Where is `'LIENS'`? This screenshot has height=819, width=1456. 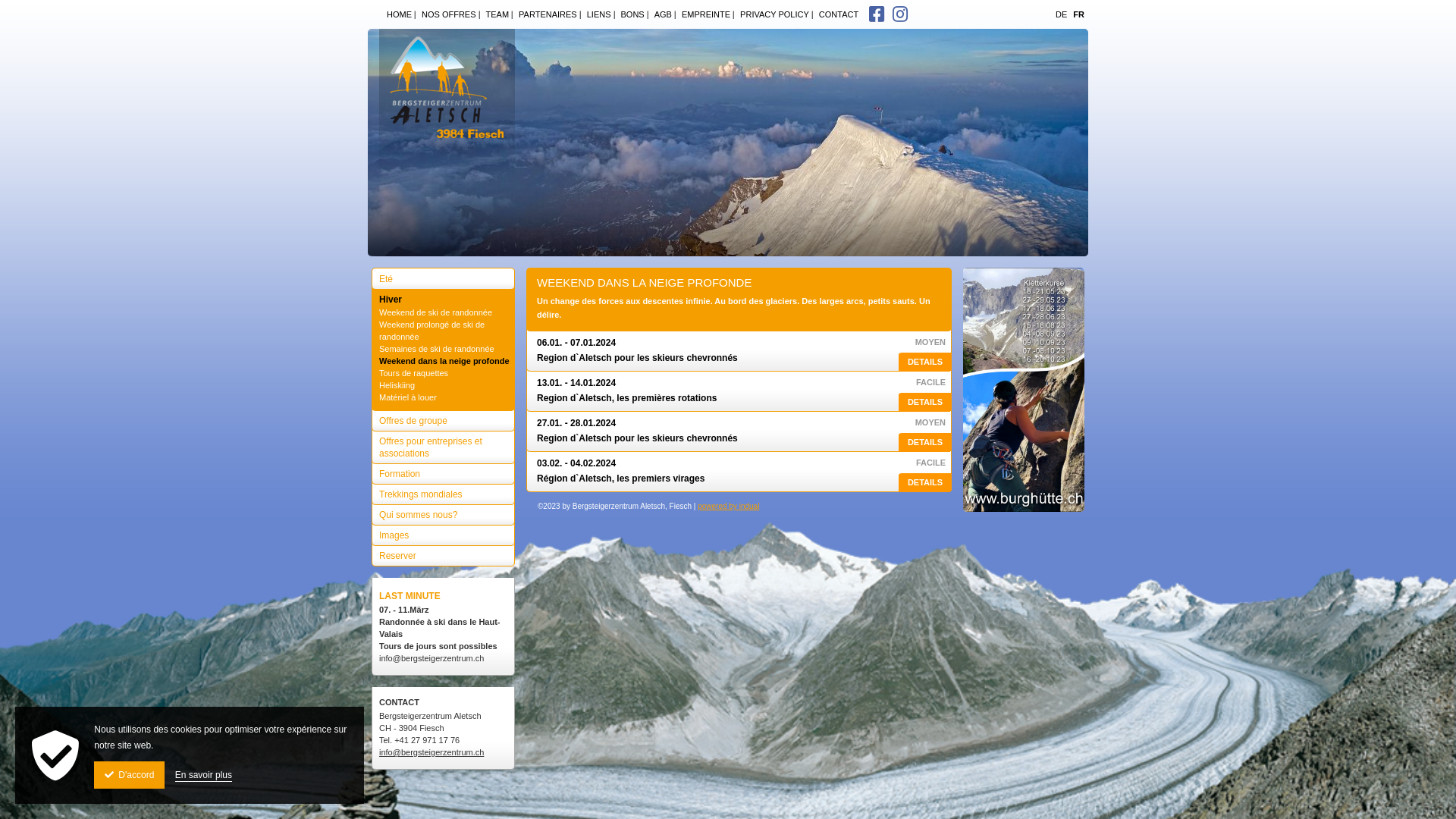 'LIENS' is located at coordinates (595, 14).